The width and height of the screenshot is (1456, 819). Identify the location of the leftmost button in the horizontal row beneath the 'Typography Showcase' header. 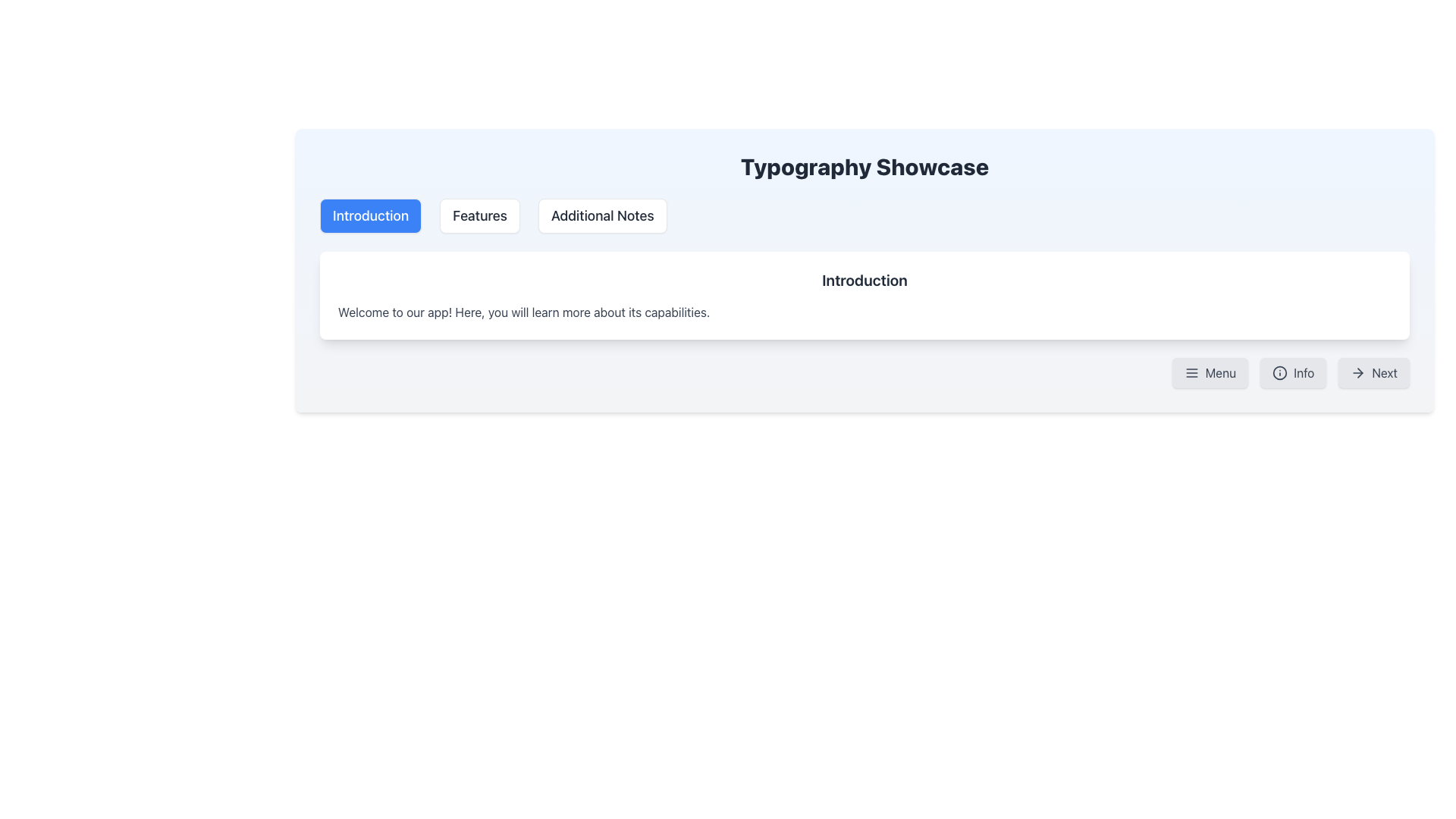
(371, 216).